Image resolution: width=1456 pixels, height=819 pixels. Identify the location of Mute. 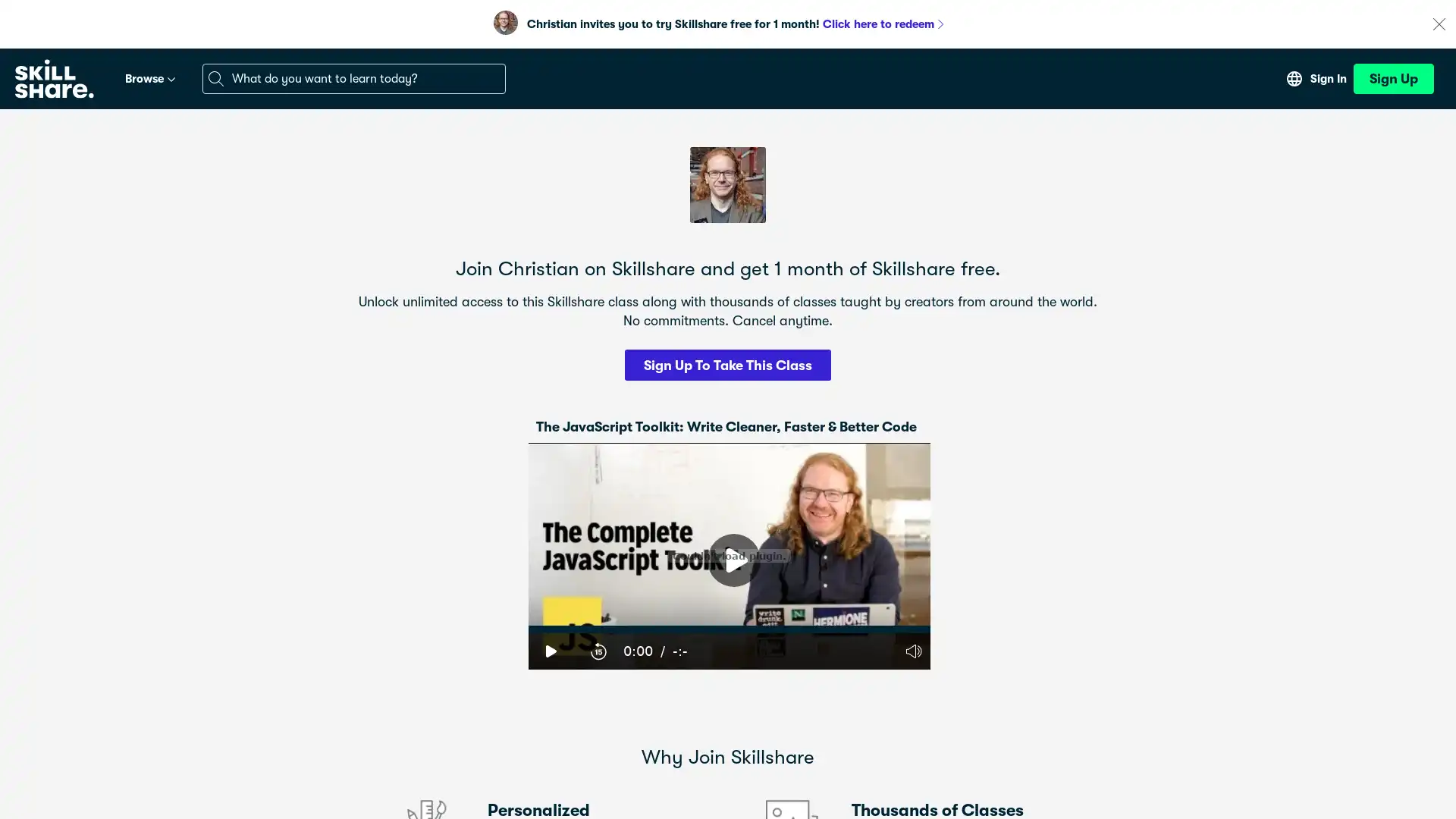
(912, 649).